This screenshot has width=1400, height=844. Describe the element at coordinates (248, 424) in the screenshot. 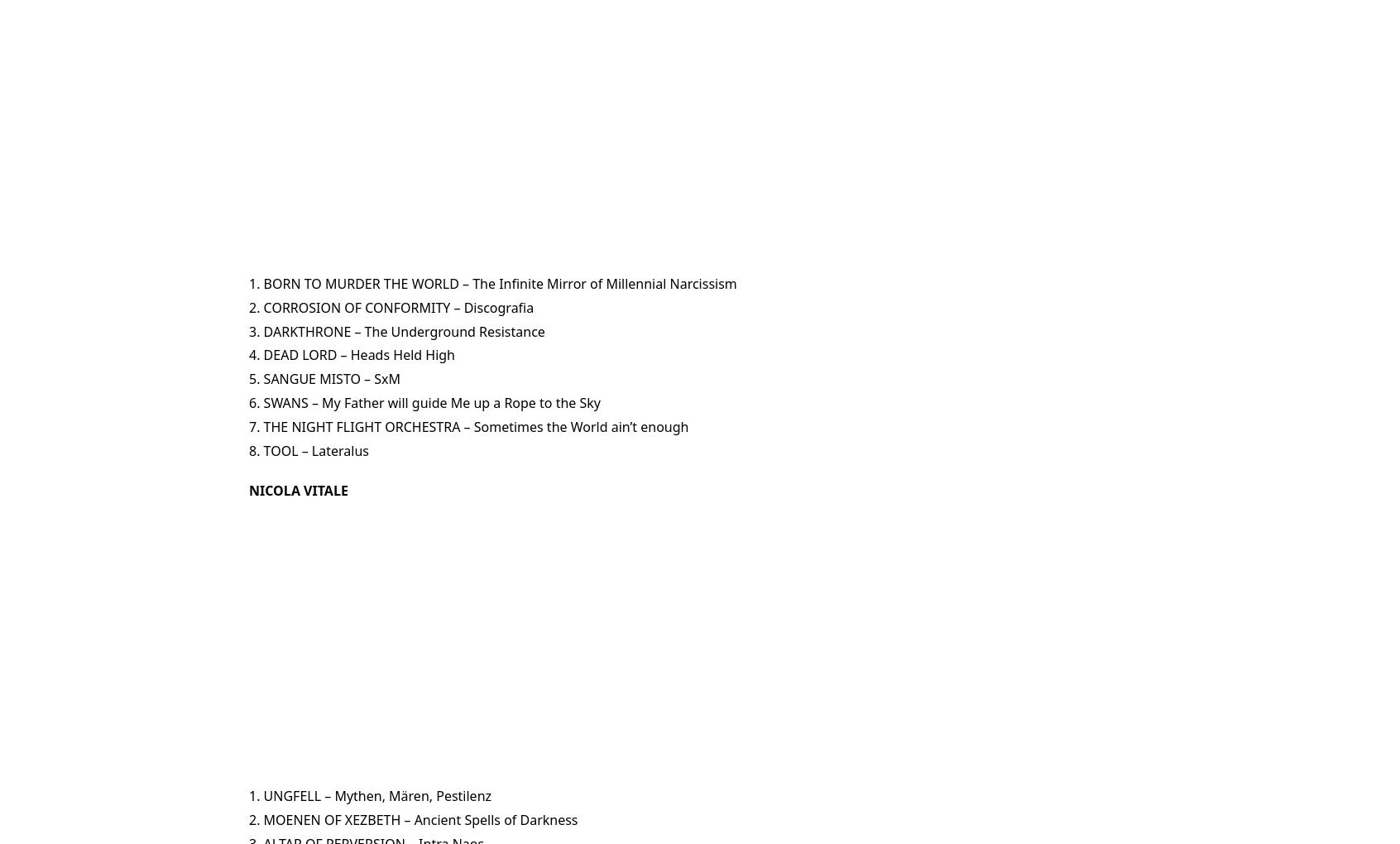

I see `'7. THE NIGHT FLIGHT ORCHESTRA – Sometimes the World ain’t enough'` at that location.